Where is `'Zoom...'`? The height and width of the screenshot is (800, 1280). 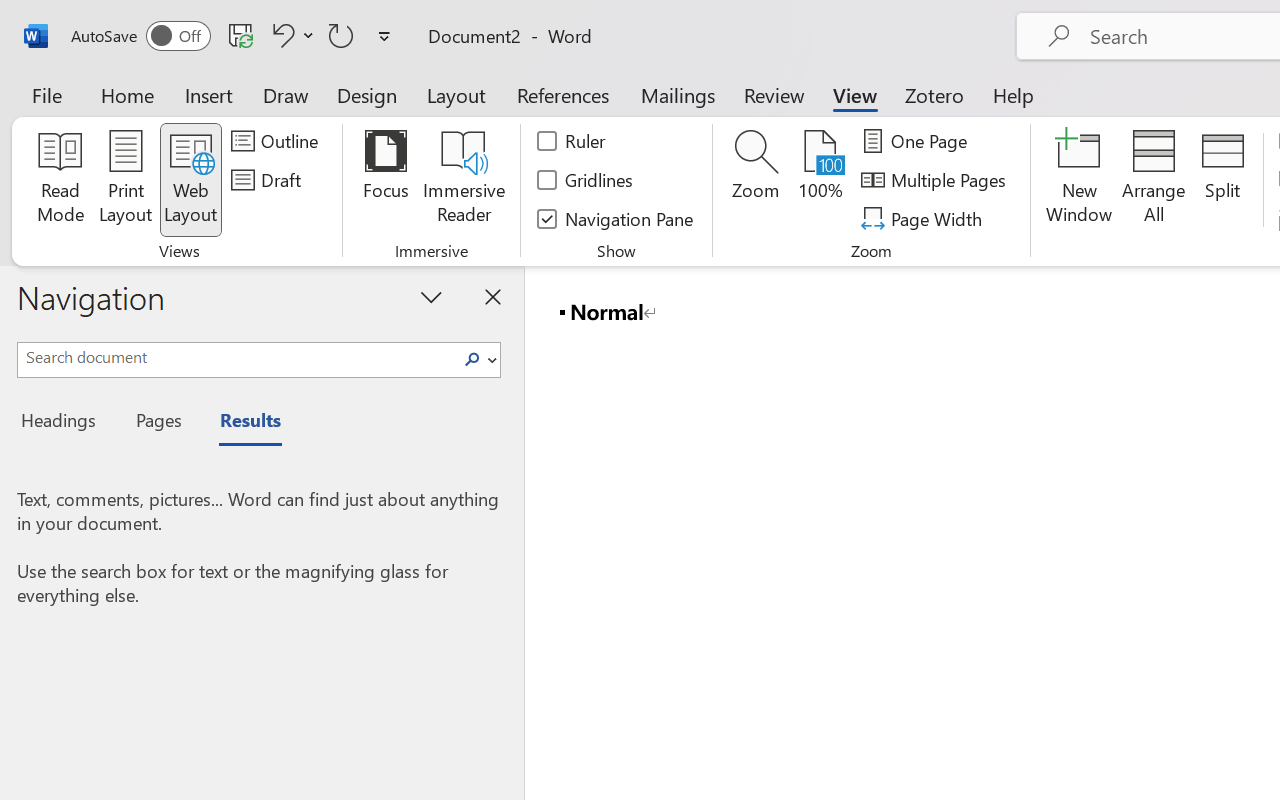
'Zoom...' is located at coordinates (754, 179).